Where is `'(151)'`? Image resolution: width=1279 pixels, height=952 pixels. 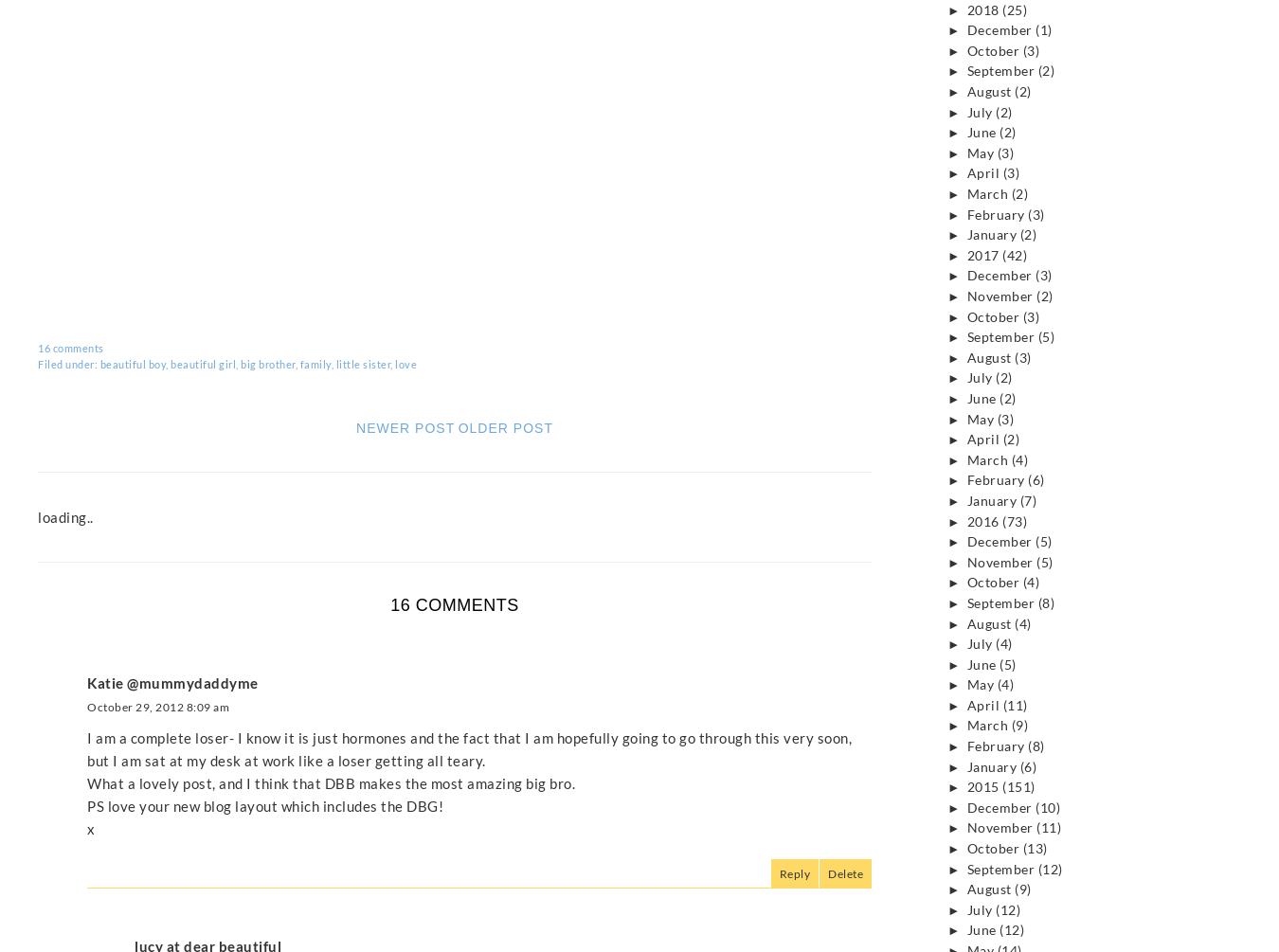
'(151)' is located at coordinates (1018, 787).